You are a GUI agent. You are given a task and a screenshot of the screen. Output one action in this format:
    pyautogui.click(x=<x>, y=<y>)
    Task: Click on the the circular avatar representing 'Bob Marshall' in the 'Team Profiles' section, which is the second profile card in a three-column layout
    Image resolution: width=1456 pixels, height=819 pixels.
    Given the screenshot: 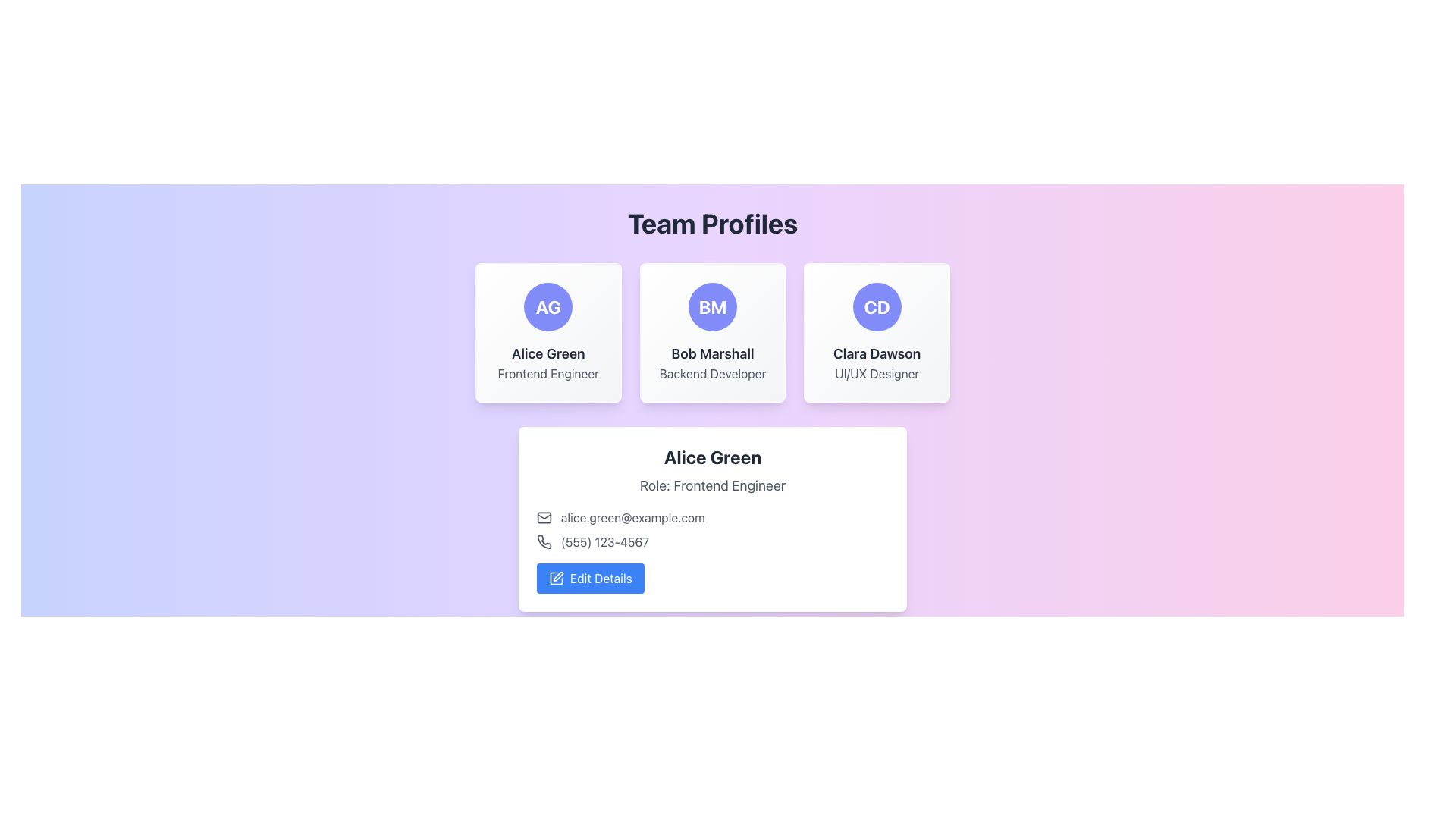 What is the action you would take?
    pyautogui.click(x=712, y=307)
    